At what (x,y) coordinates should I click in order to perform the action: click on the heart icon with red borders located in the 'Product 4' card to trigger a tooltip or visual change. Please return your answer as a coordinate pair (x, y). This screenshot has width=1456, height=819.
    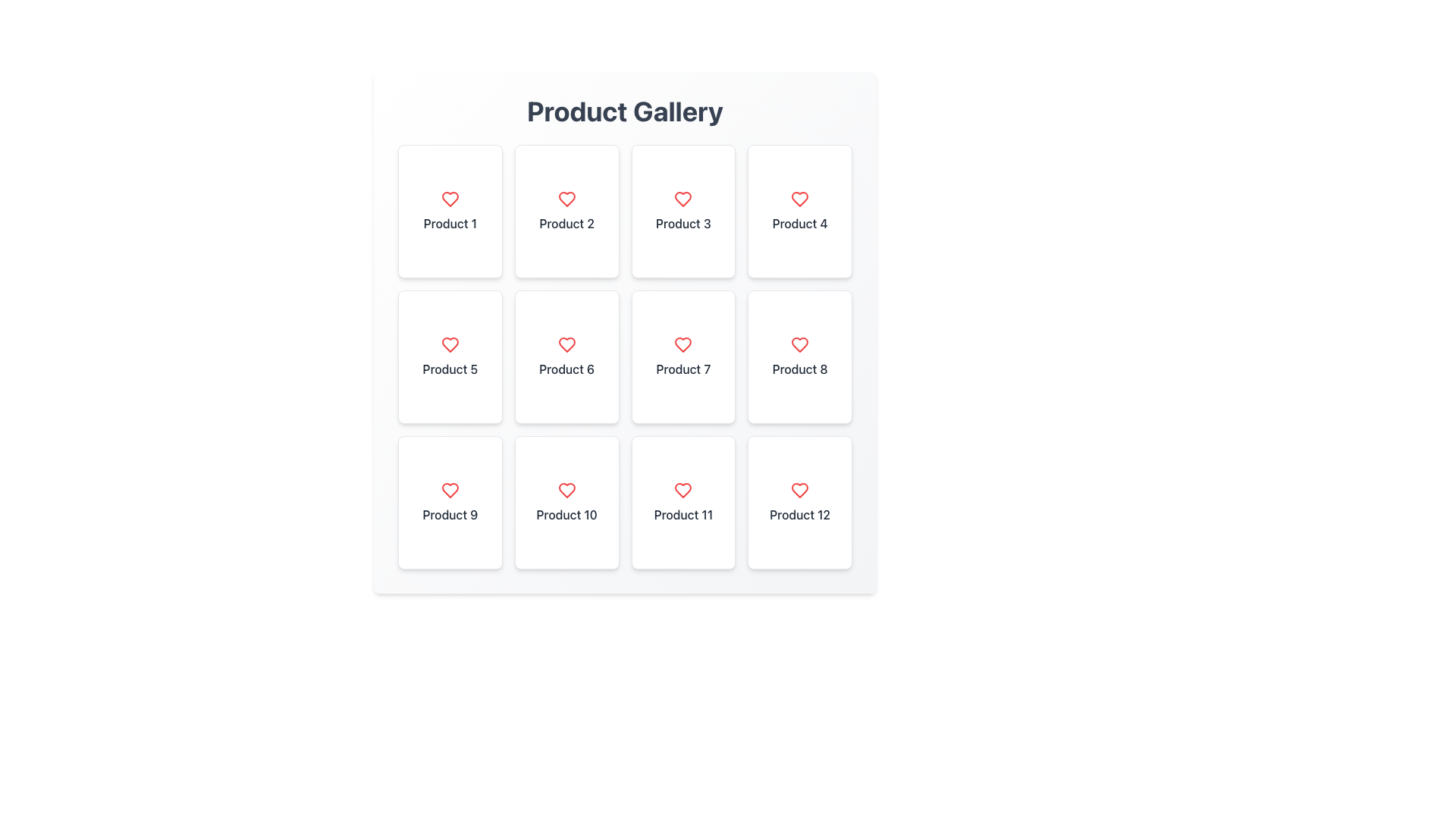
    Looking at the image, I should click on (799, 198).